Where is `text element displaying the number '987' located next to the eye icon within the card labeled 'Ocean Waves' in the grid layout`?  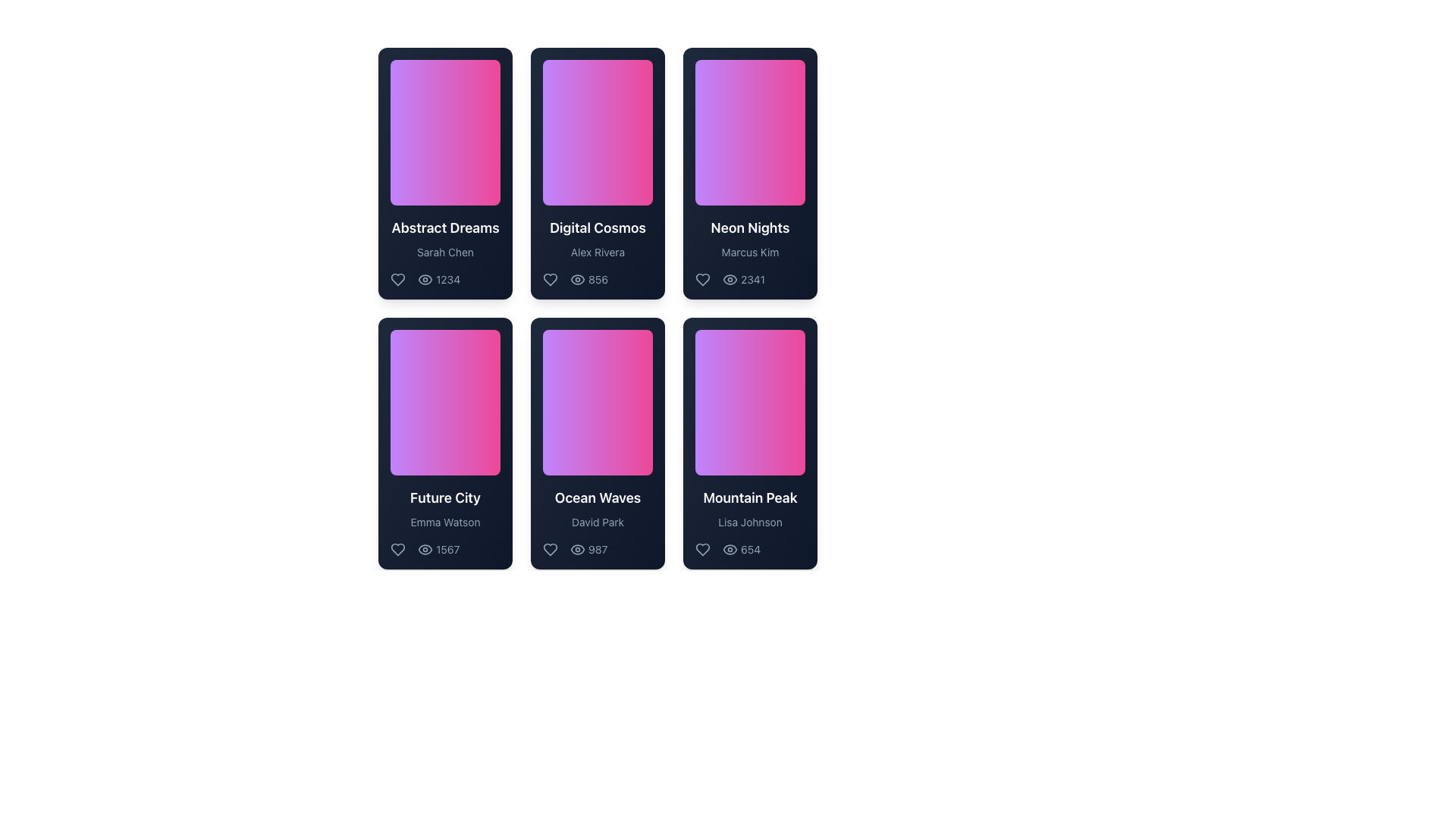
text element displaying the number '987' located next to the eye icon within the card labeled 'Ocean Waves' in the grid layout is located at coordinates (597, 550).